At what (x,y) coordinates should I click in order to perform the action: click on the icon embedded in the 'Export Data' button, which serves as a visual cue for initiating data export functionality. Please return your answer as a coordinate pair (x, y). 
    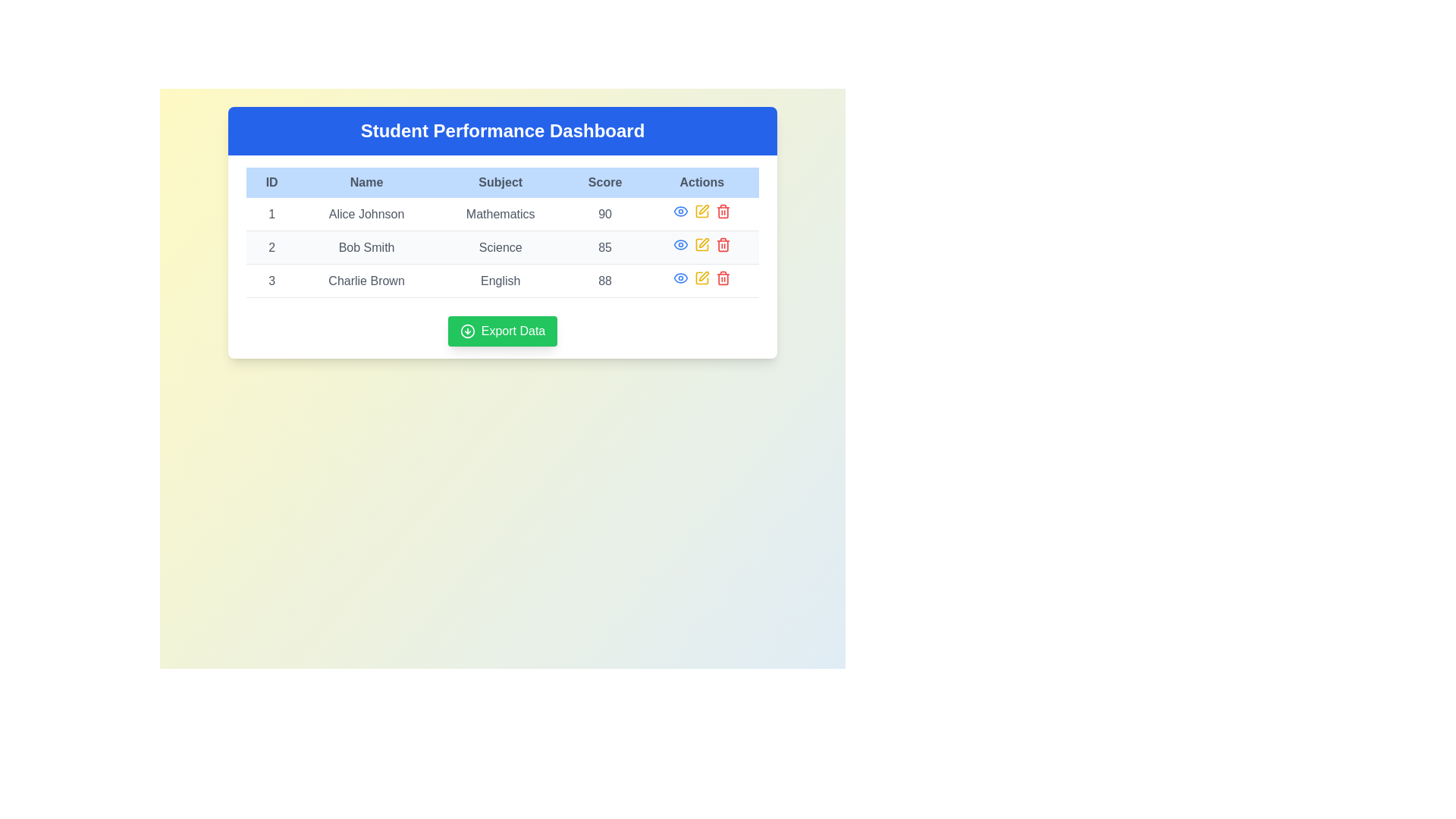
    Looking at the image, I should click on (466, 330).